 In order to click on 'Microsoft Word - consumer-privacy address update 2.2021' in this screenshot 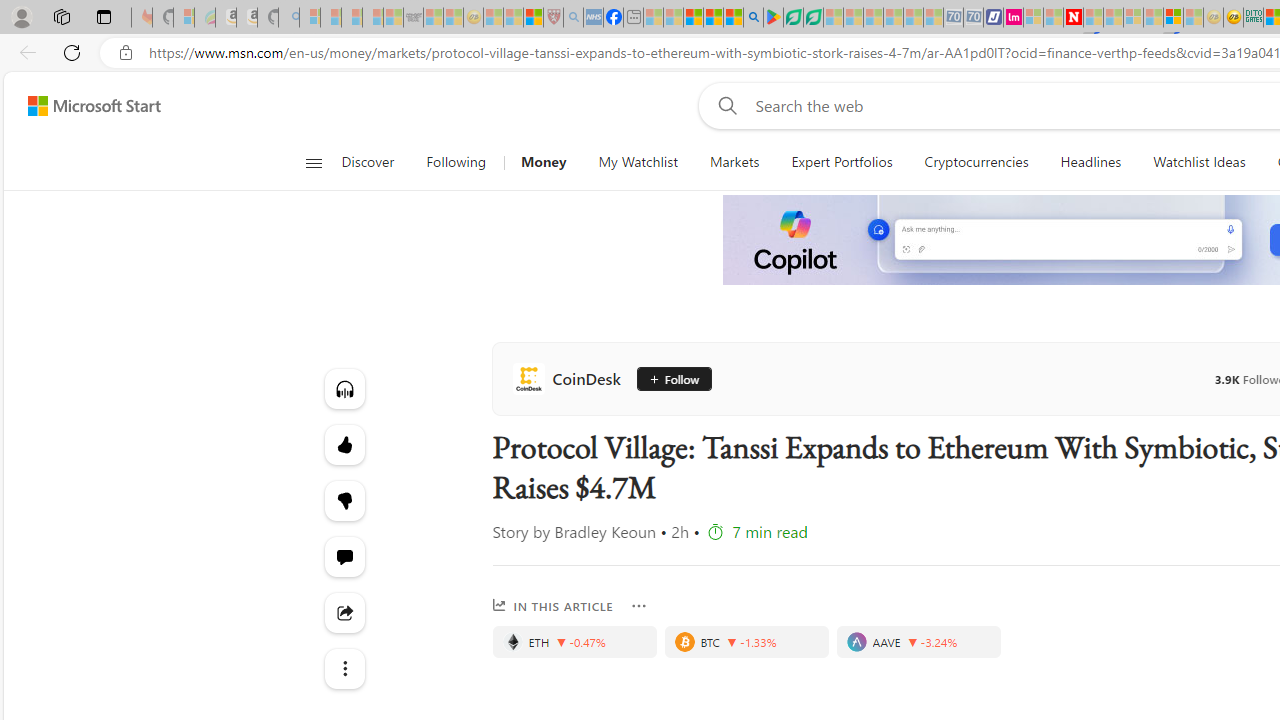, I will do `click(813, 17)`.